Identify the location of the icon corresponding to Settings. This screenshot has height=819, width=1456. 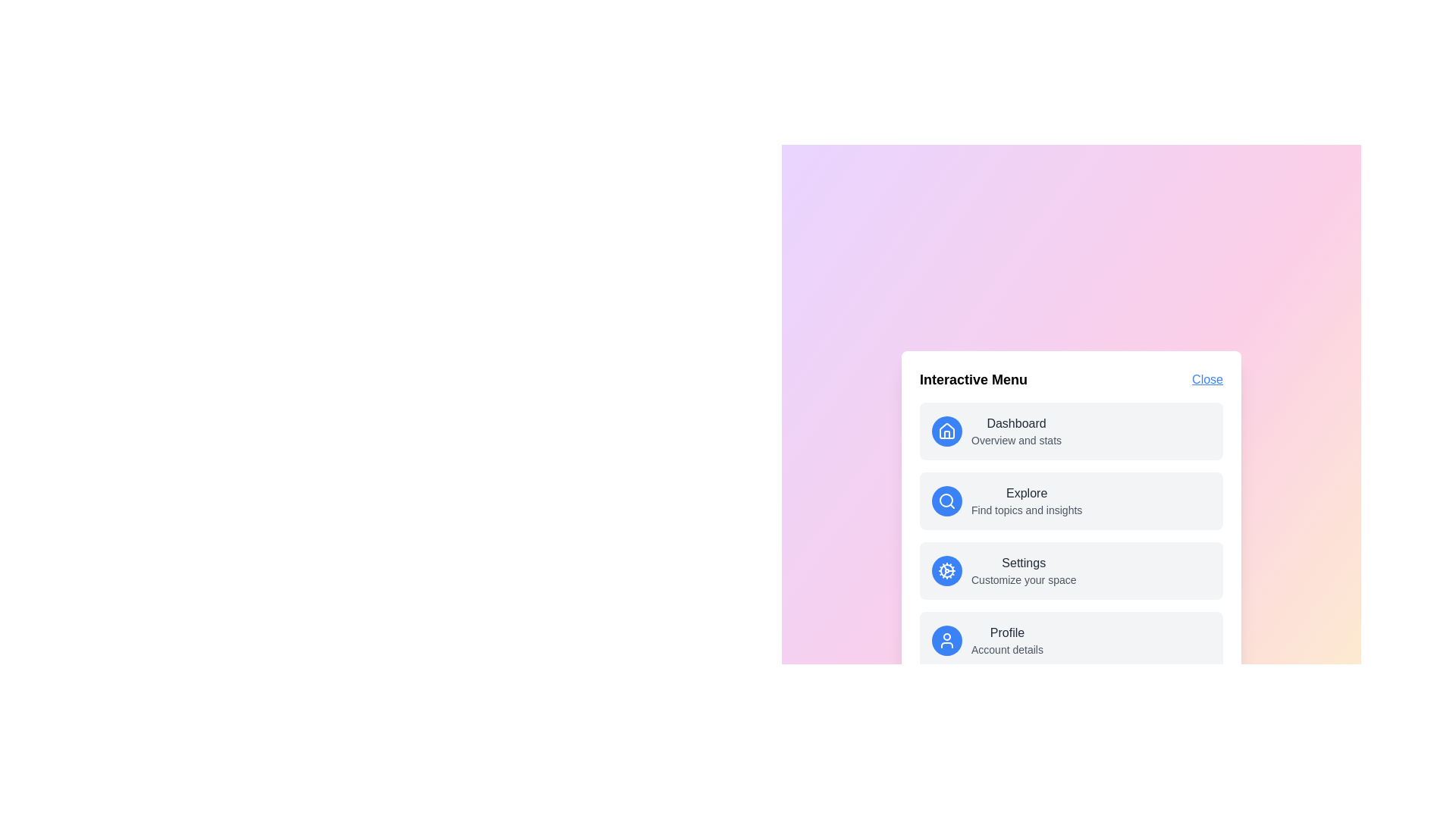
(946, 570).